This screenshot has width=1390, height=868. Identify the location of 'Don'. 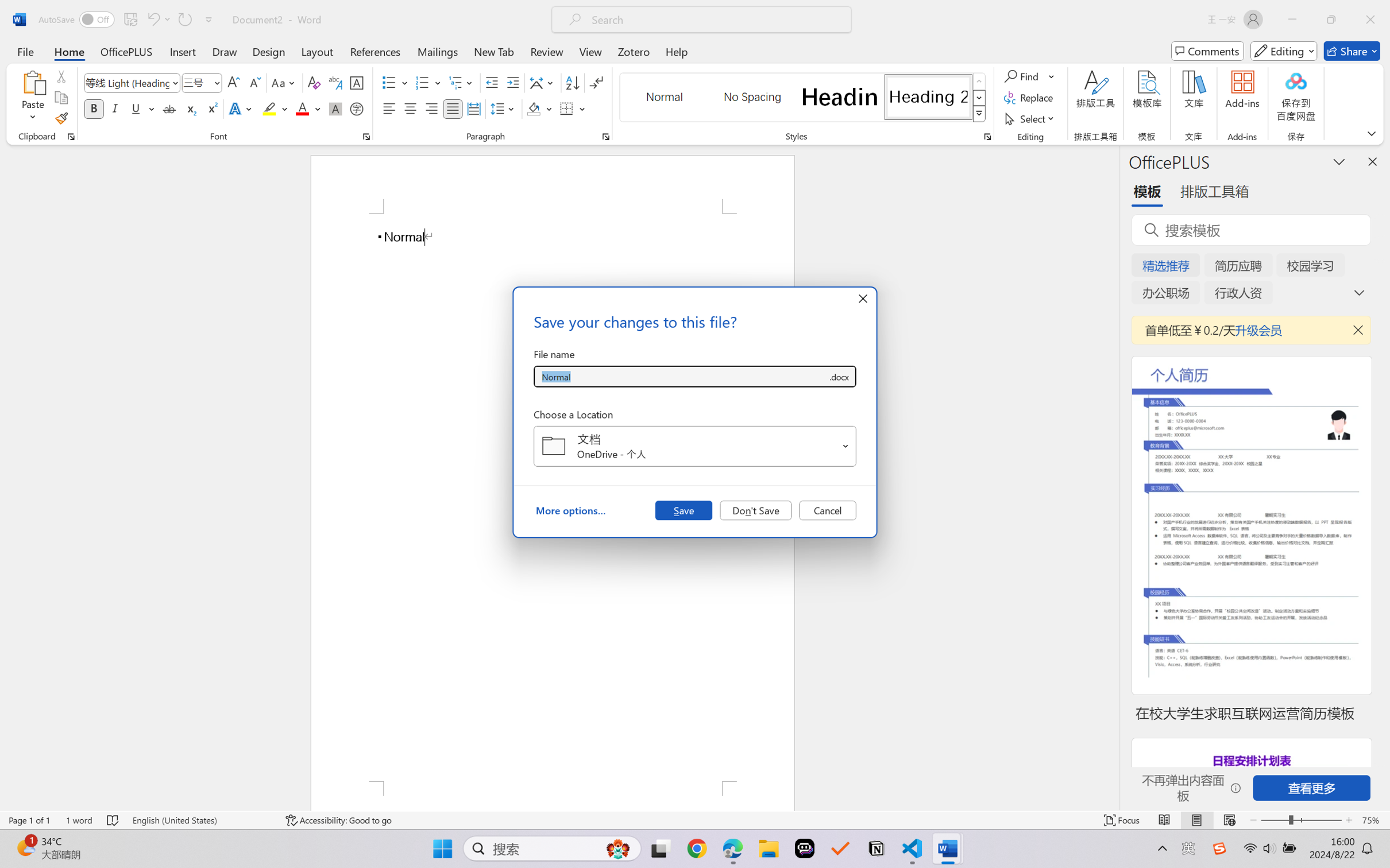
(755, 509).